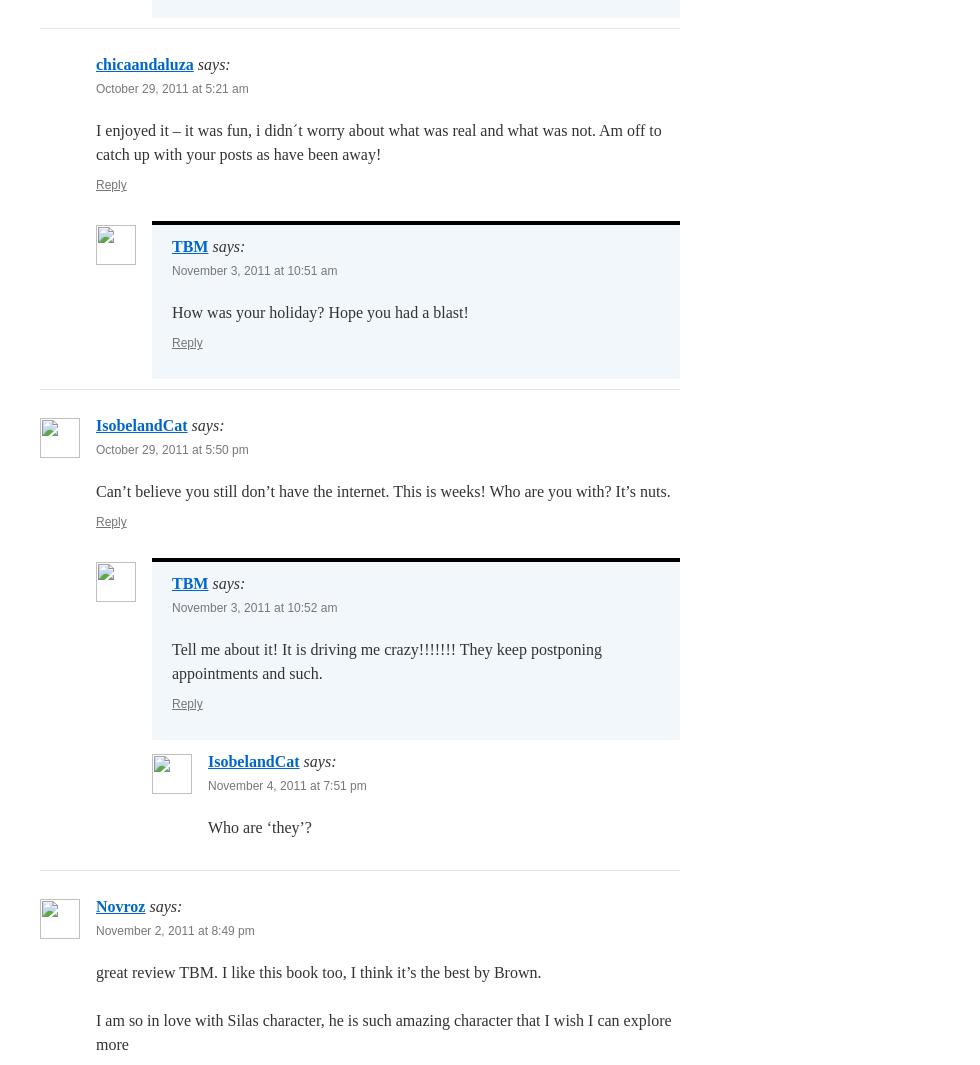 The image size is (980, 1065). What do you see at coordinates (259, 827) in the screenshot?
I see `'Who are ‘they’?'` at bounding box center [259, 827].